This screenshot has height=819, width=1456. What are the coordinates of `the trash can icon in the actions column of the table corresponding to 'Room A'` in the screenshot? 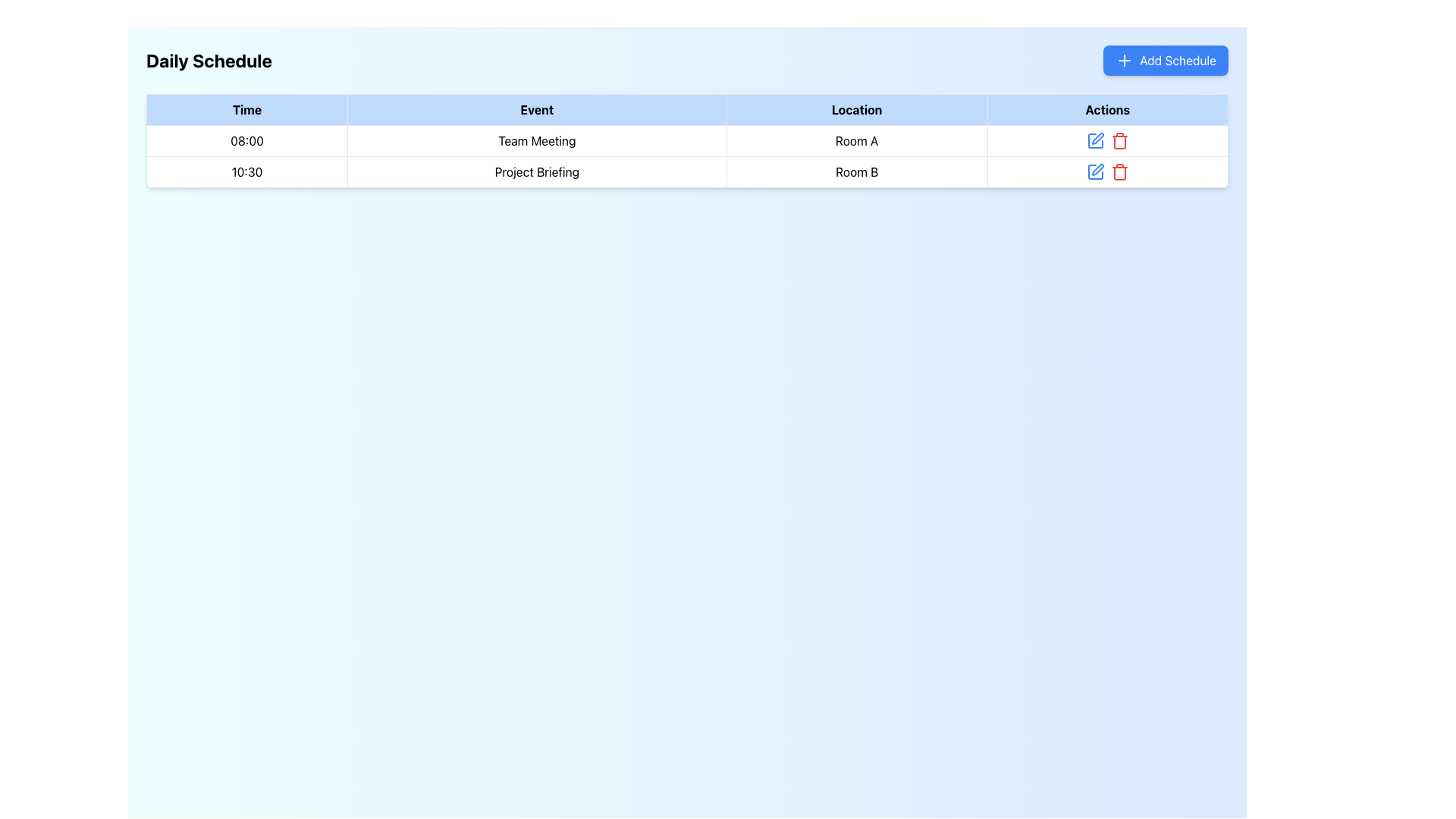 It's located at (1107, 140).